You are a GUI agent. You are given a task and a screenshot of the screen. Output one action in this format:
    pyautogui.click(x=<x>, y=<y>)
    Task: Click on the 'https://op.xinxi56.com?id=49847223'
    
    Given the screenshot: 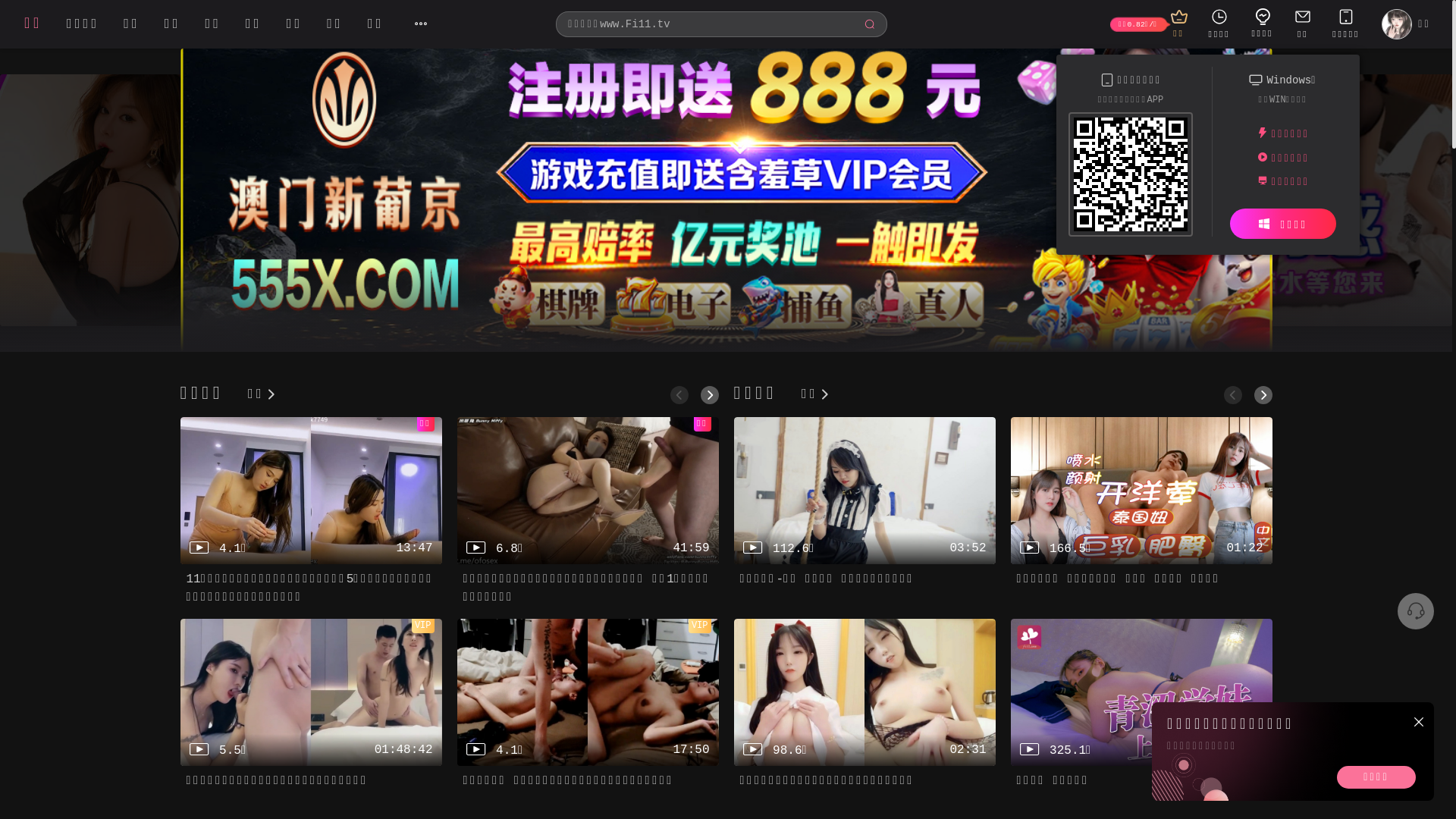 What is the action you would take?
    pyautogui.click(x=1131, y=177)
    